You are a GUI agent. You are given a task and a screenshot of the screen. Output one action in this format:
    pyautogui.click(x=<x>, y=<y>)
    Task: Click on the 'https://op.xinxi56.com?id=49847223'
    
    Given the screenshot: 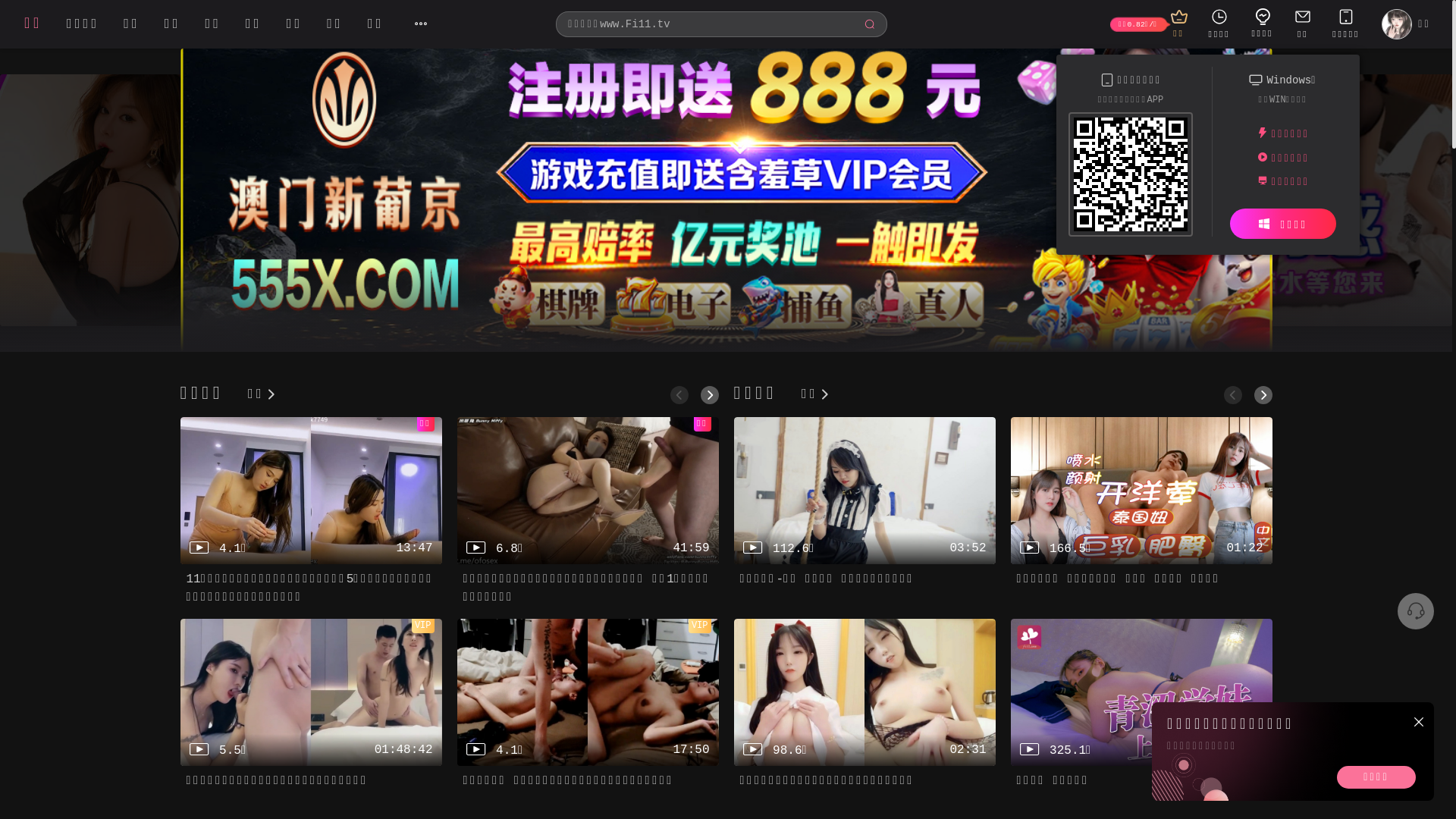 What is the action you would take?
    pyautogui.click(x=1131, y=177)
    